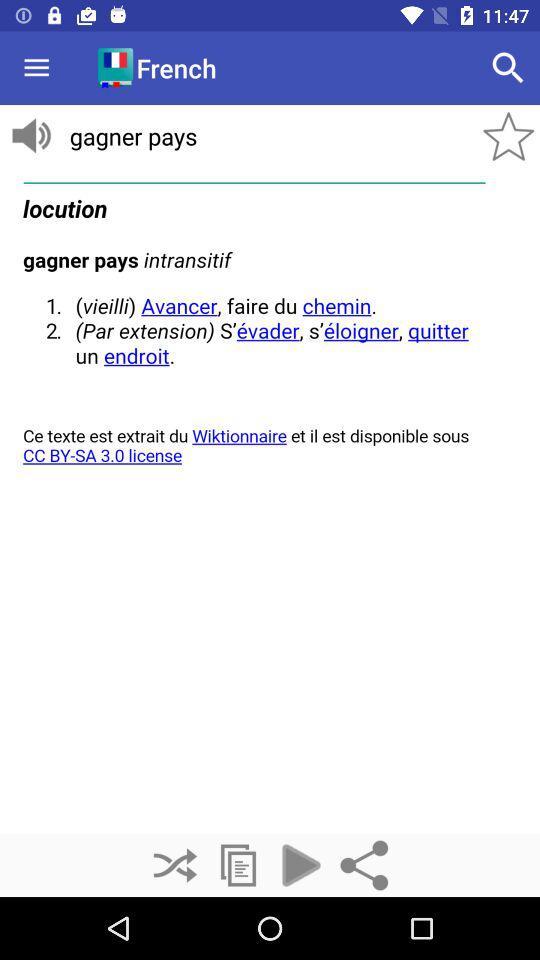 Image resolution: width=540 pixels, height=960 pixels. I want to click on the star icon, so click(508, 135).